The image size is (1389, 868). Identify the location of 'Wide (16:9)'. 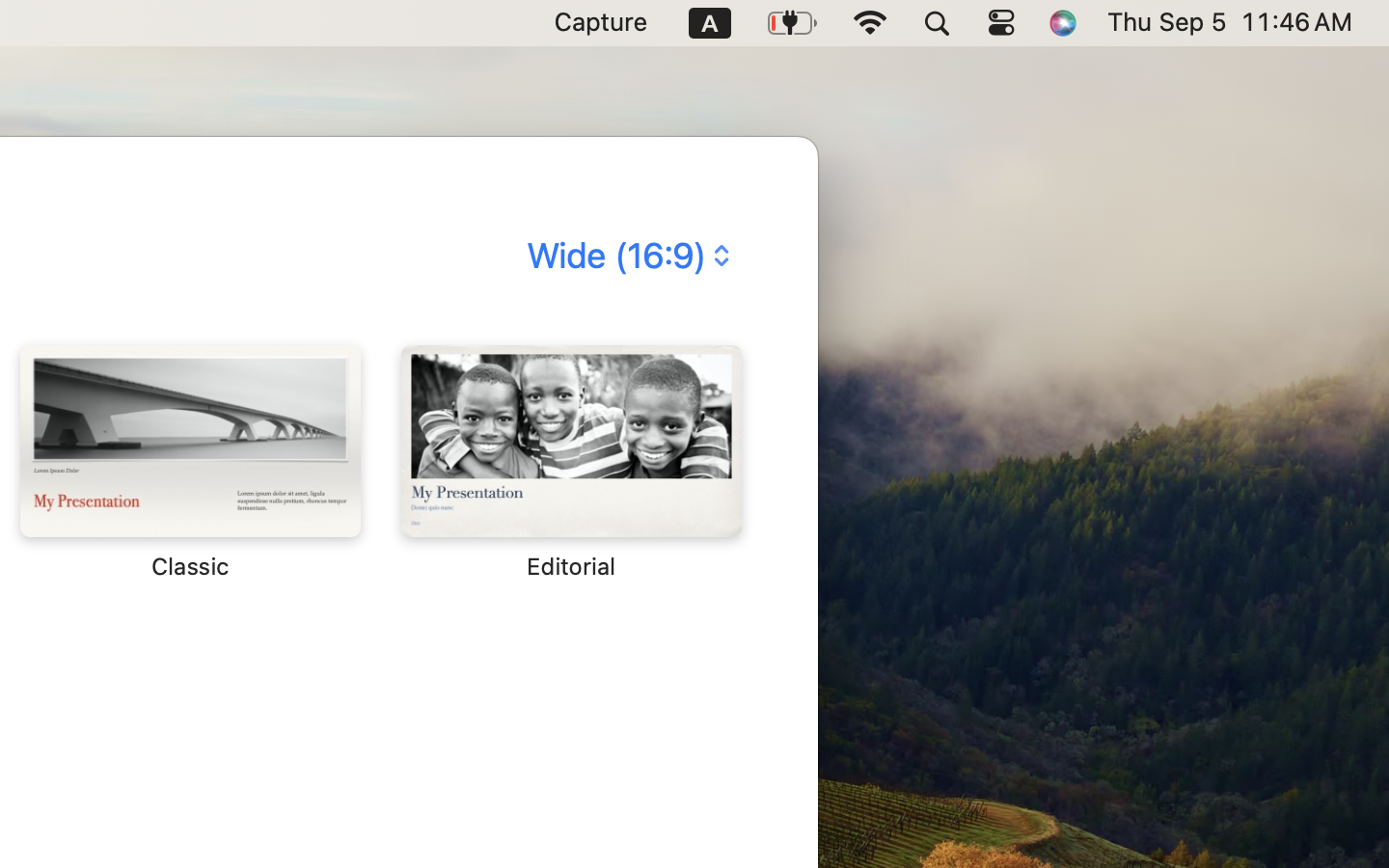
(625, 254).